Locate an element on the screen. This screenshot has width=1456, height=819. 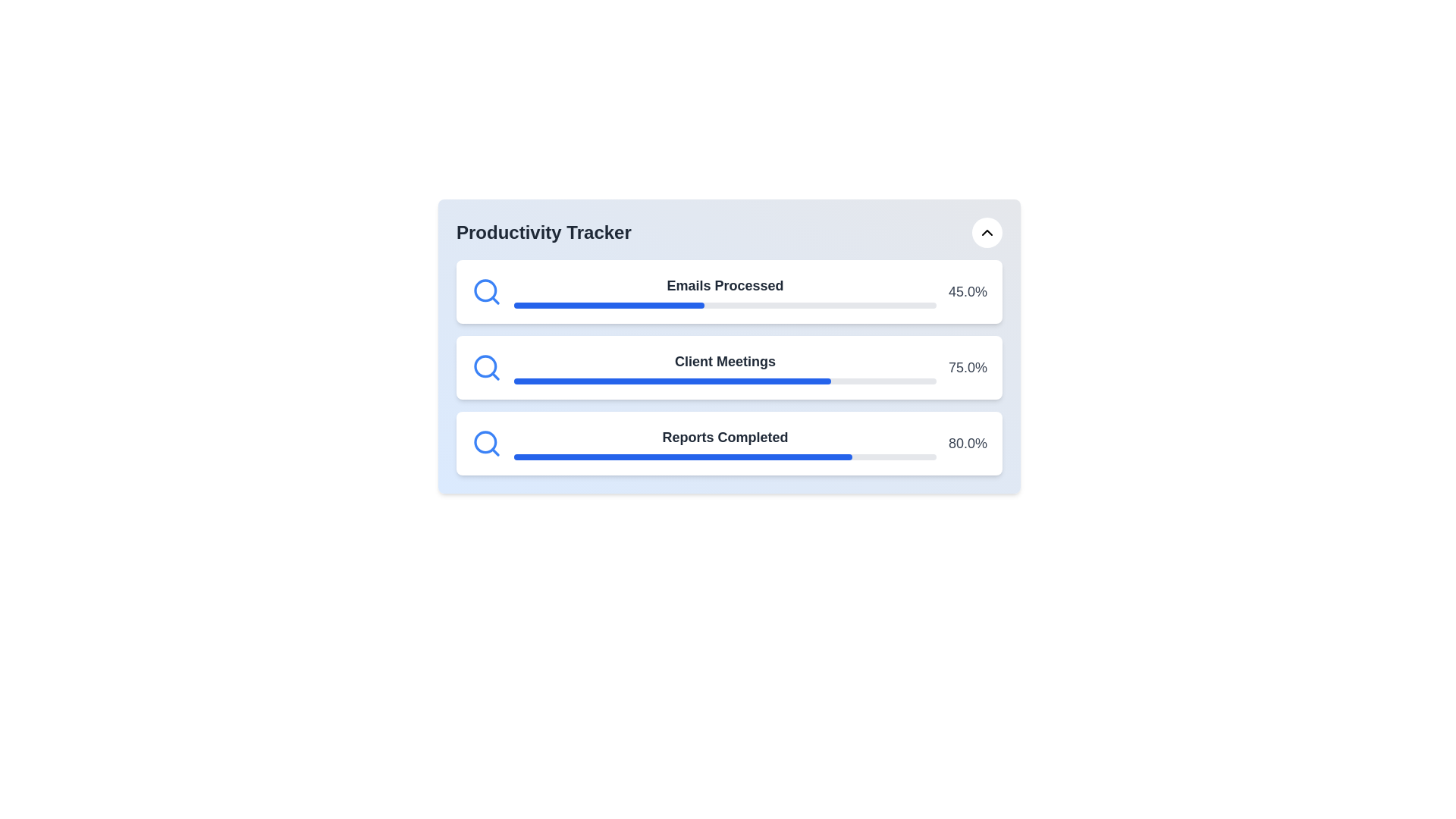
progress bar indicating 45% completion of 'Emails Processed' for its style or value is located at coordinates (609, 305).